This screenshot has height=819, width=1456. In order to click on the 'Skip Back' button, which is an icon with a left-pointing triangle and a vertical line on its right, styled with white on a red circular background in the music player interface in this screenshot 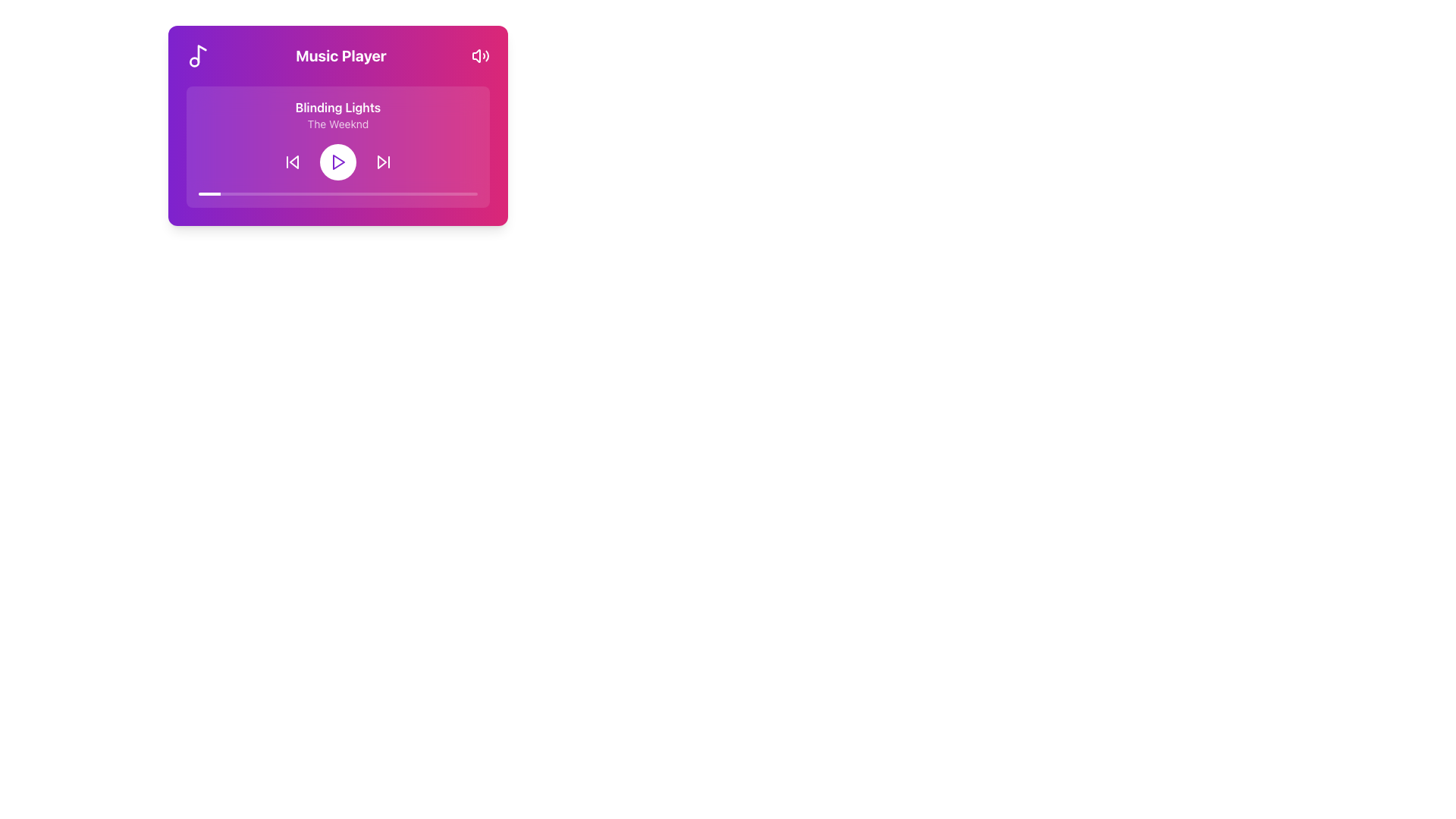, I will do `click(292, 162)`.